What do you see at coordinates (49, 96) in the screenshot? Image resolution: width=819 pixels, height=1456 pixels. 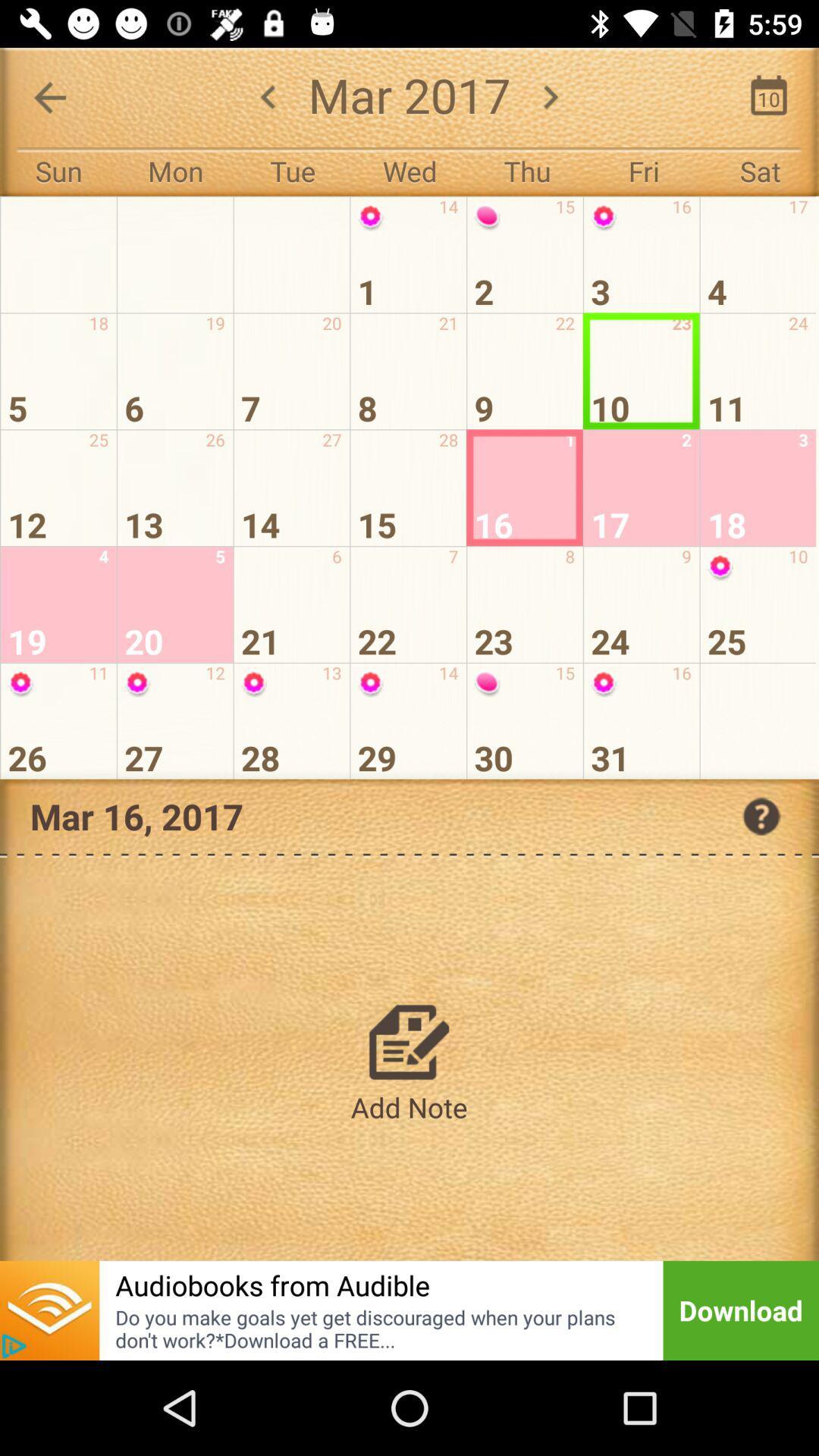 I see `the arrow_backward icon` at bounding box center [49, 96].